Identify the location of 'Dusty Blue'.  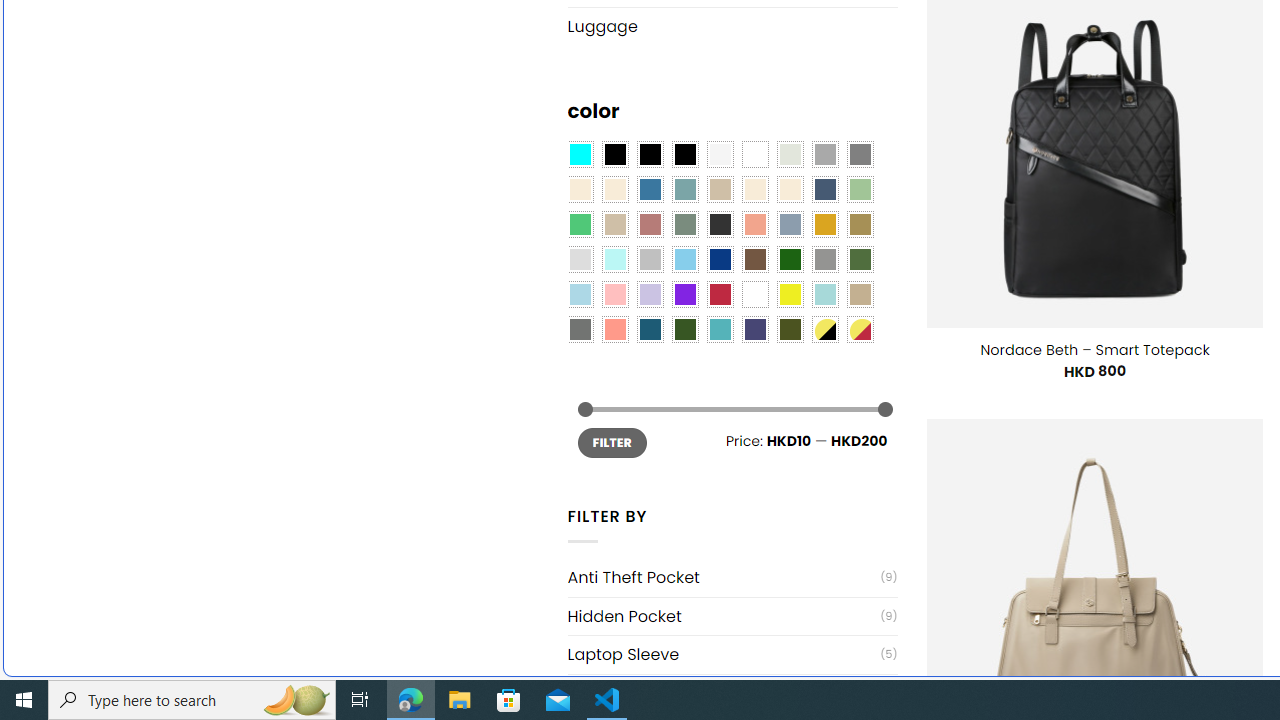
(788, 225).